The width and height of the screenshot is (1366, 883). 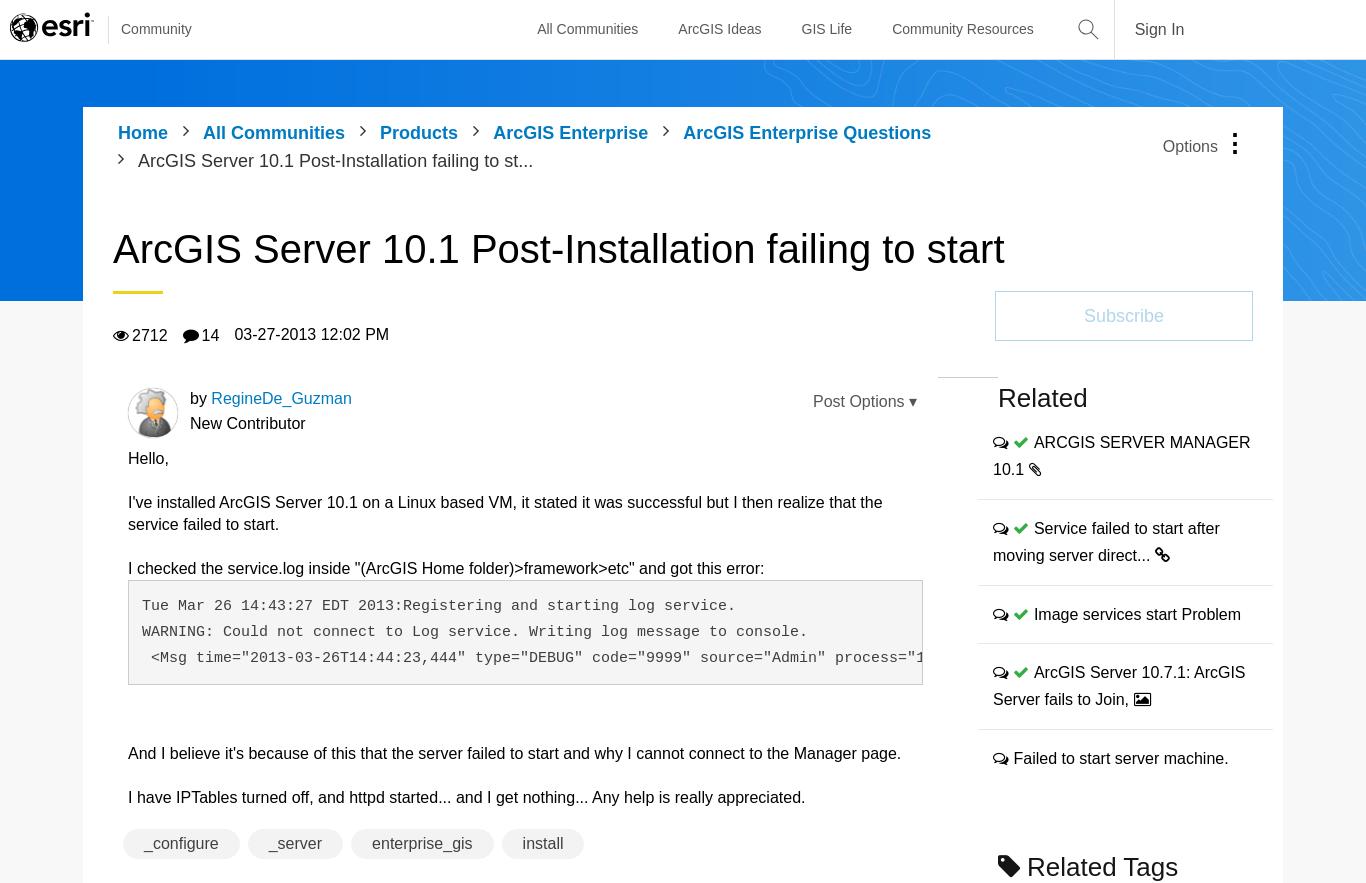 I want to click on '2712', so click(x=148, y=334).